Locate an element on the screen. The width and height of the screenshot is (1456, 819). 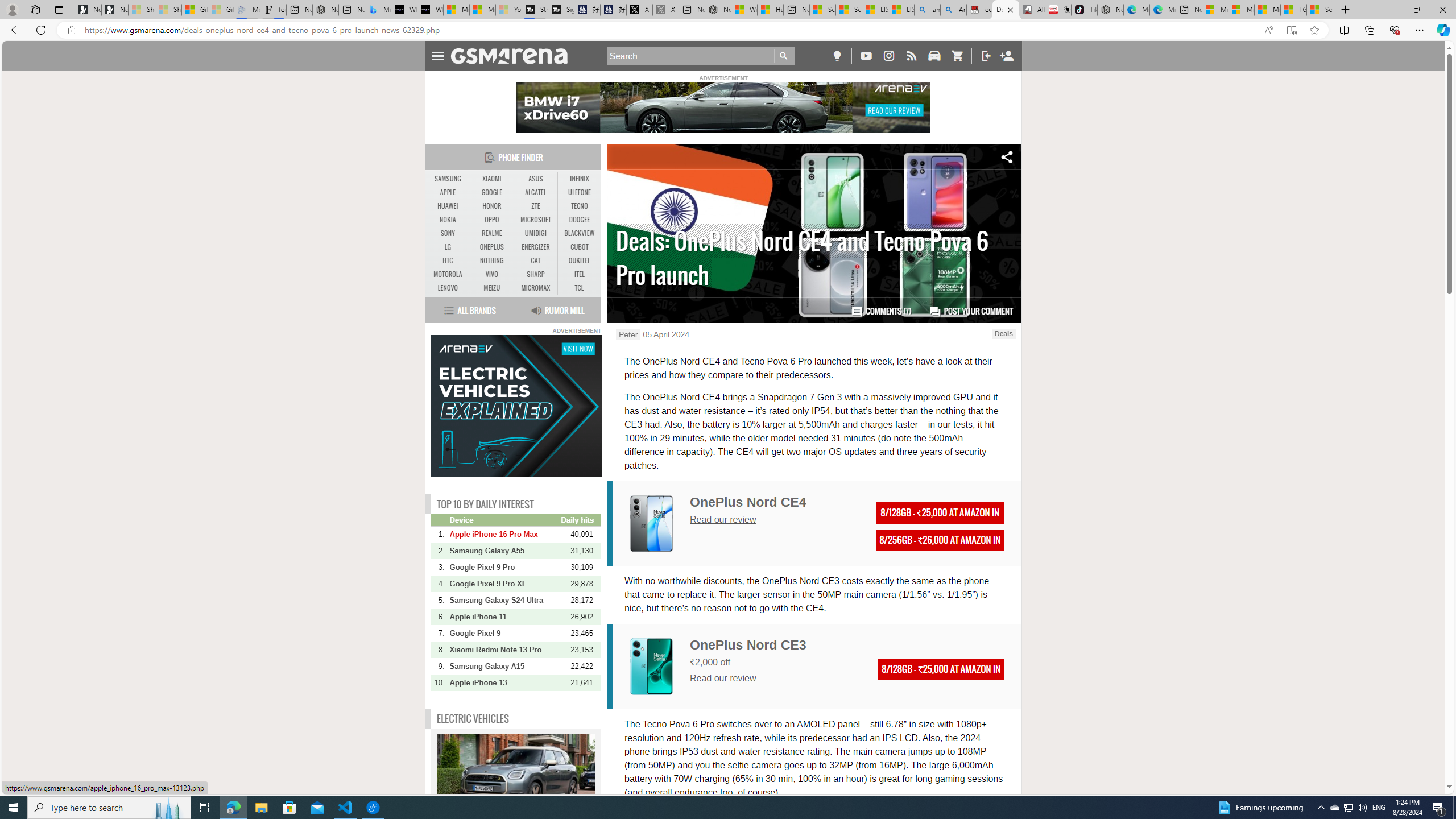
'HUAWEI' is located at coordinates (448, 205).